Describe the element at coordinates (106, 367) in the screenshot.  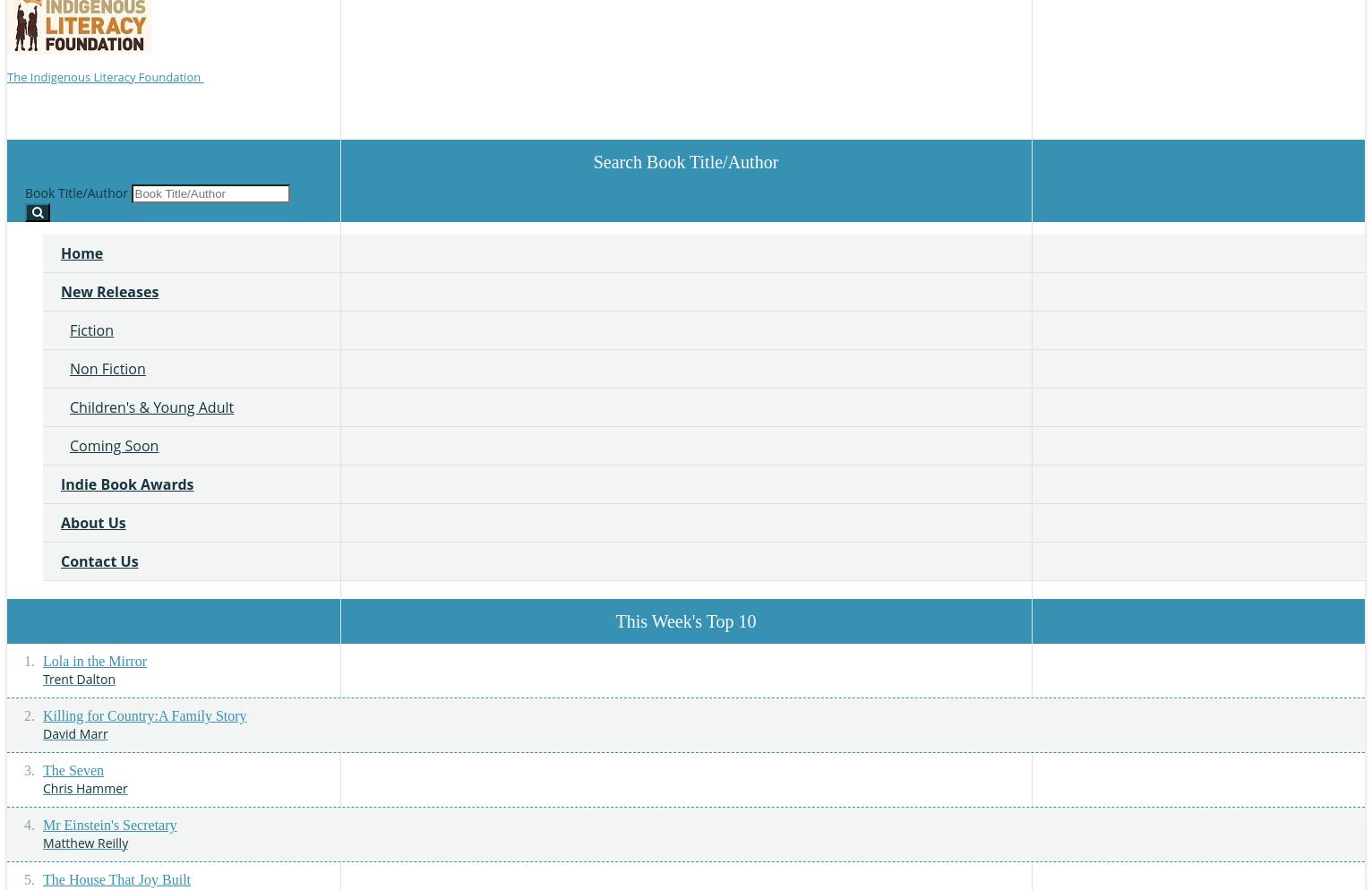
I see `'Non Fiction'` at that location.